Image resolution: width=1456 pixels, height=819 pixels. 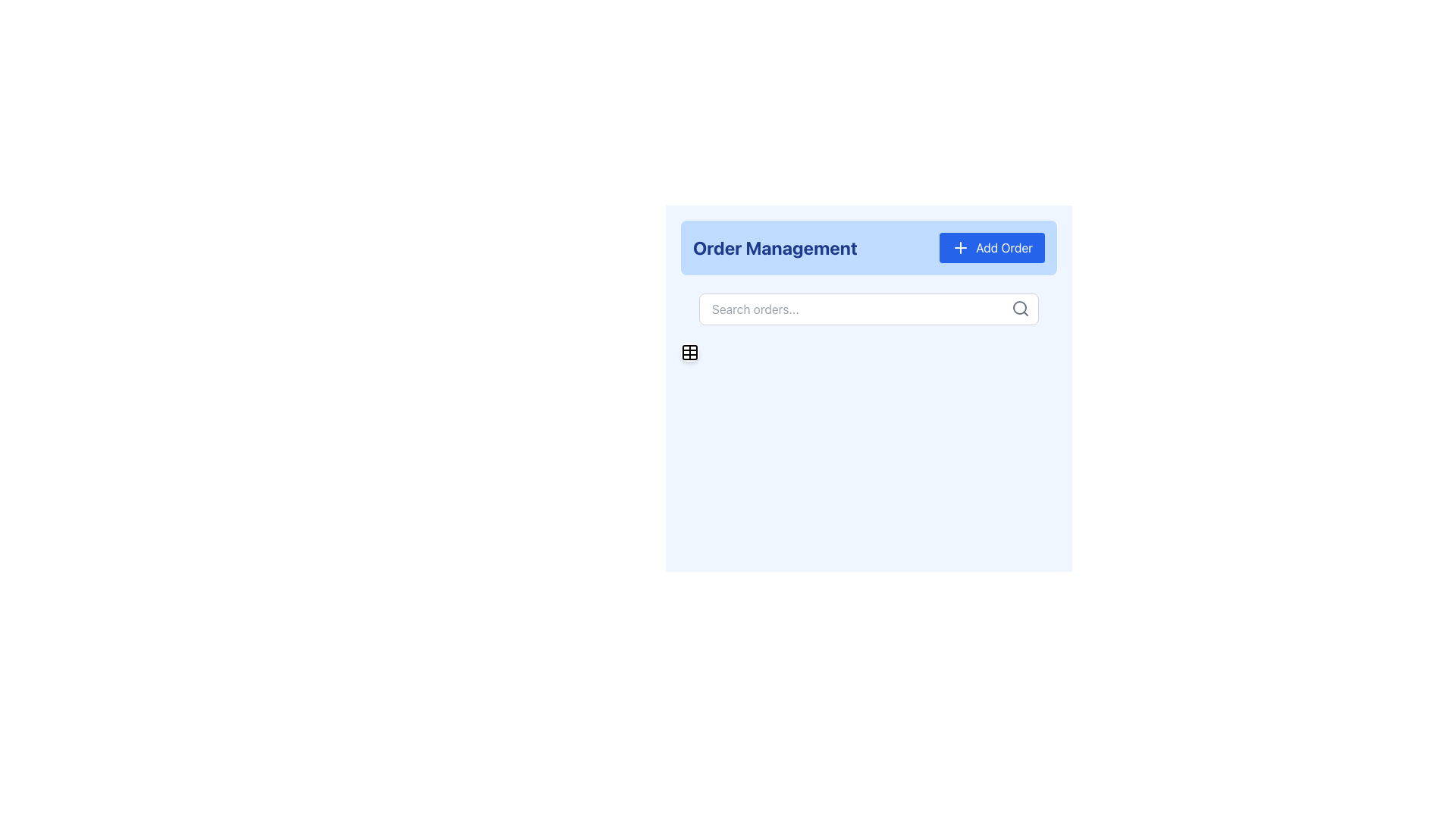 I want to click on the search icon represented by a gray magnifying glass shape located at the top-right corner of the search bar, adjacent to the 'Search orders...' input field, so click(x=1020, y=308).